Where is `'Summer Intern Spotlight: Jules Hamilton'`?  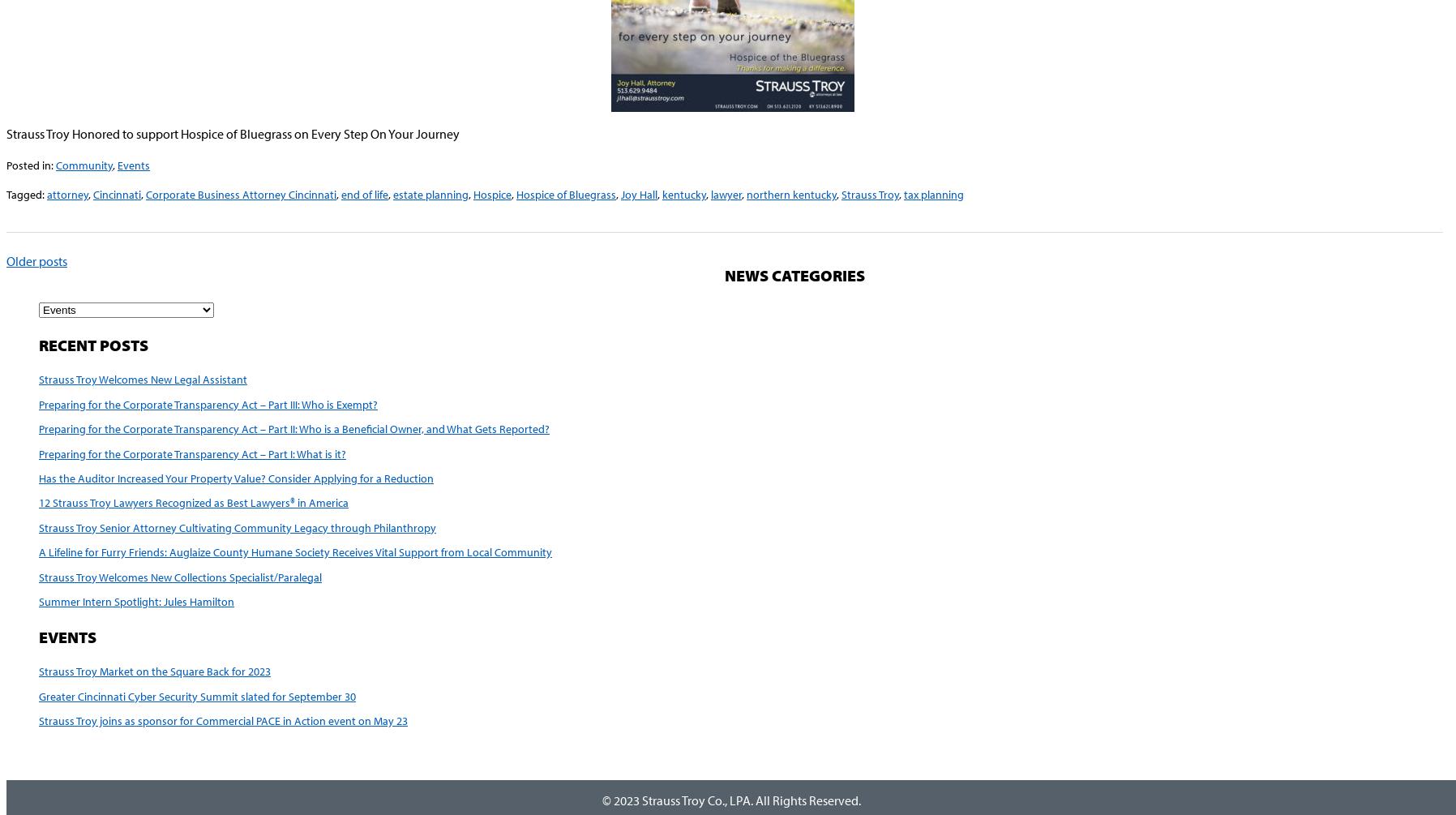
'Summer Intern Spotlight: Jules Hamilton' is located at coordinates (135, 600).